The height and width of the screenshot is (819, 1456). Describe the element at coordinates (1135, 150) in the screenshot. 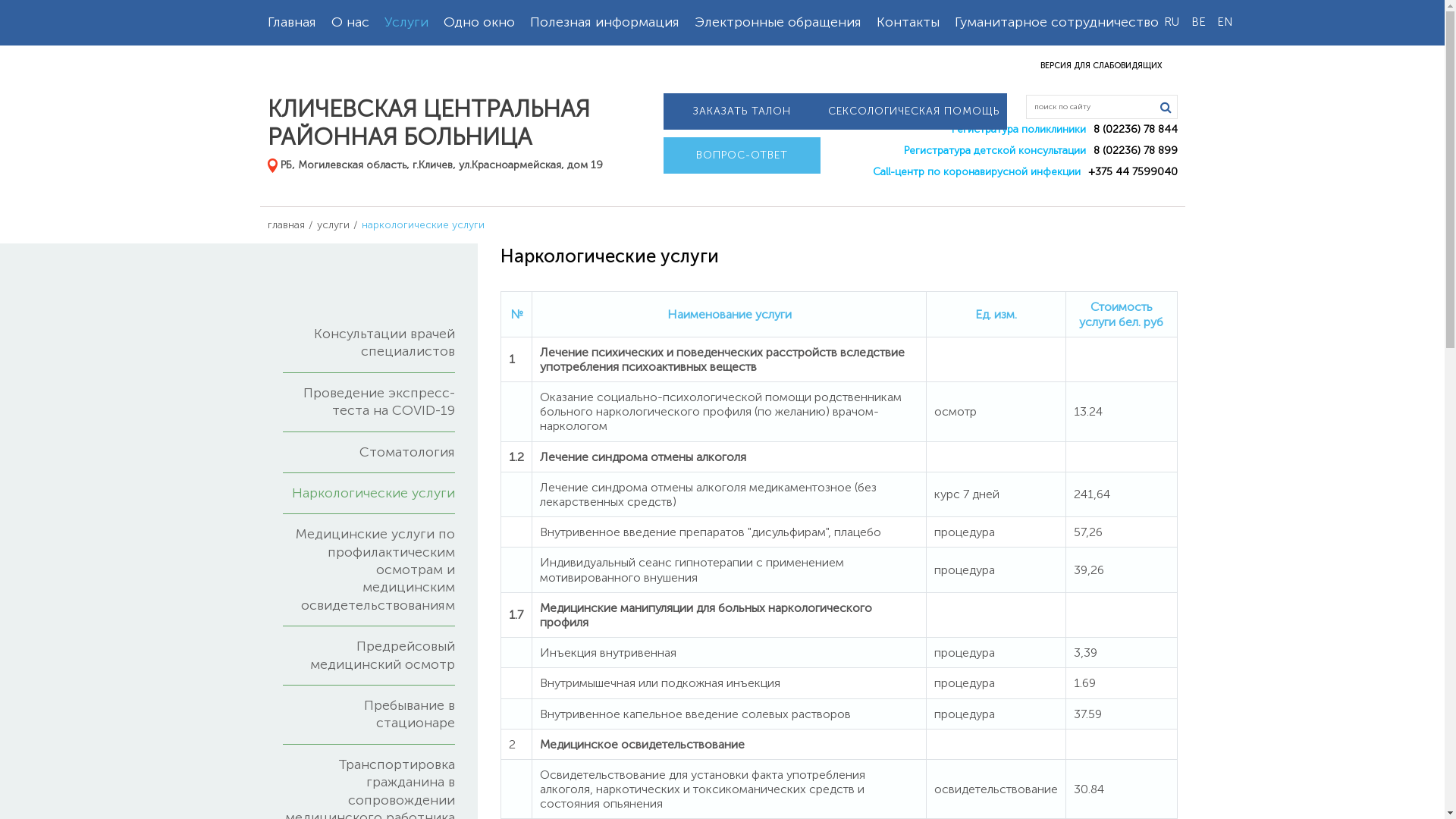

I see `'8 (02236) 78 899'` at that location.